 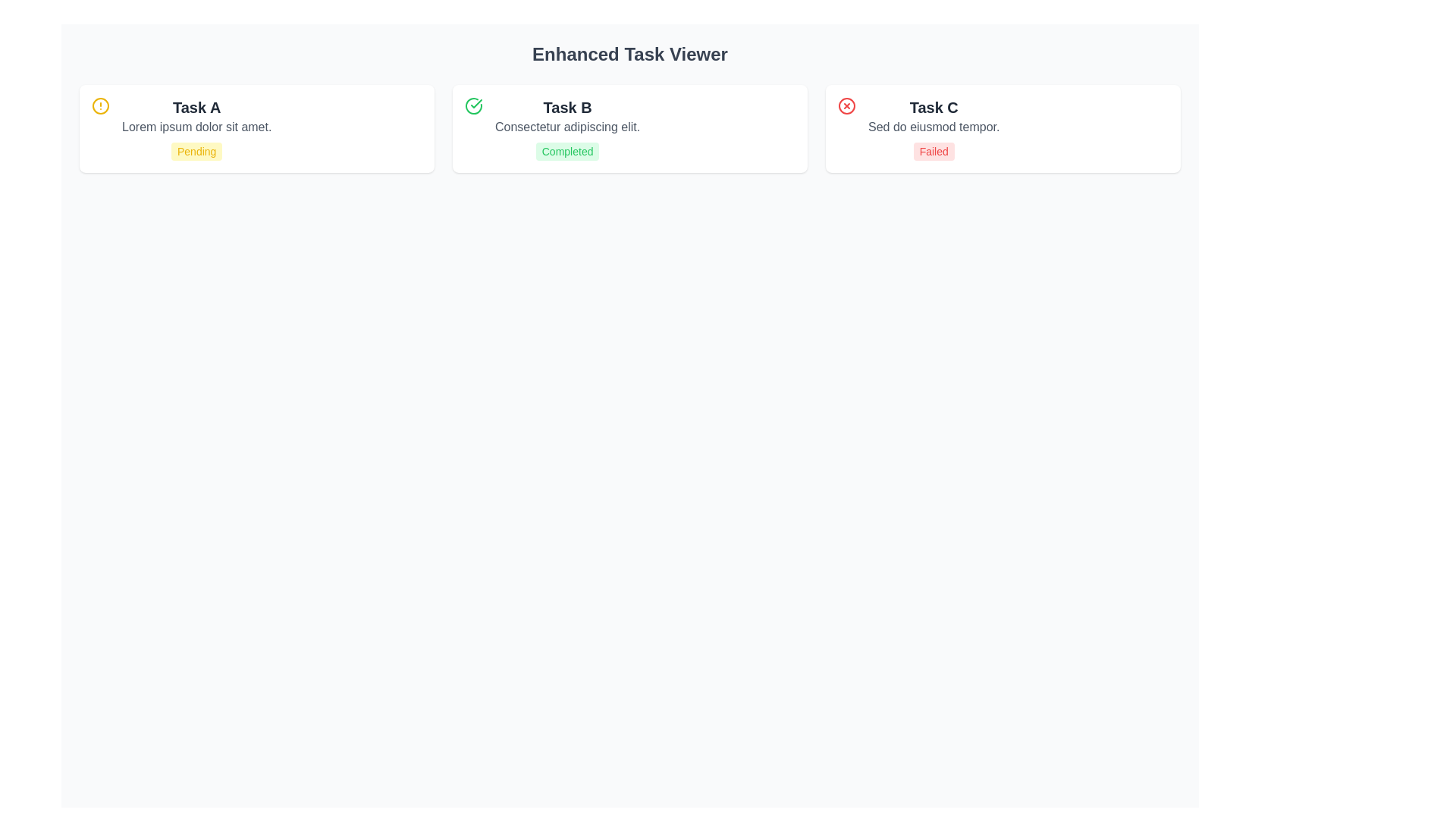 What do you see at coordinates (846, 105) in the screenshot?
I see `the decorative graphical element that forms the border of the red cancel icon associated with Task C, which visually emphasizes the error status` at bounding box center [846, 105].